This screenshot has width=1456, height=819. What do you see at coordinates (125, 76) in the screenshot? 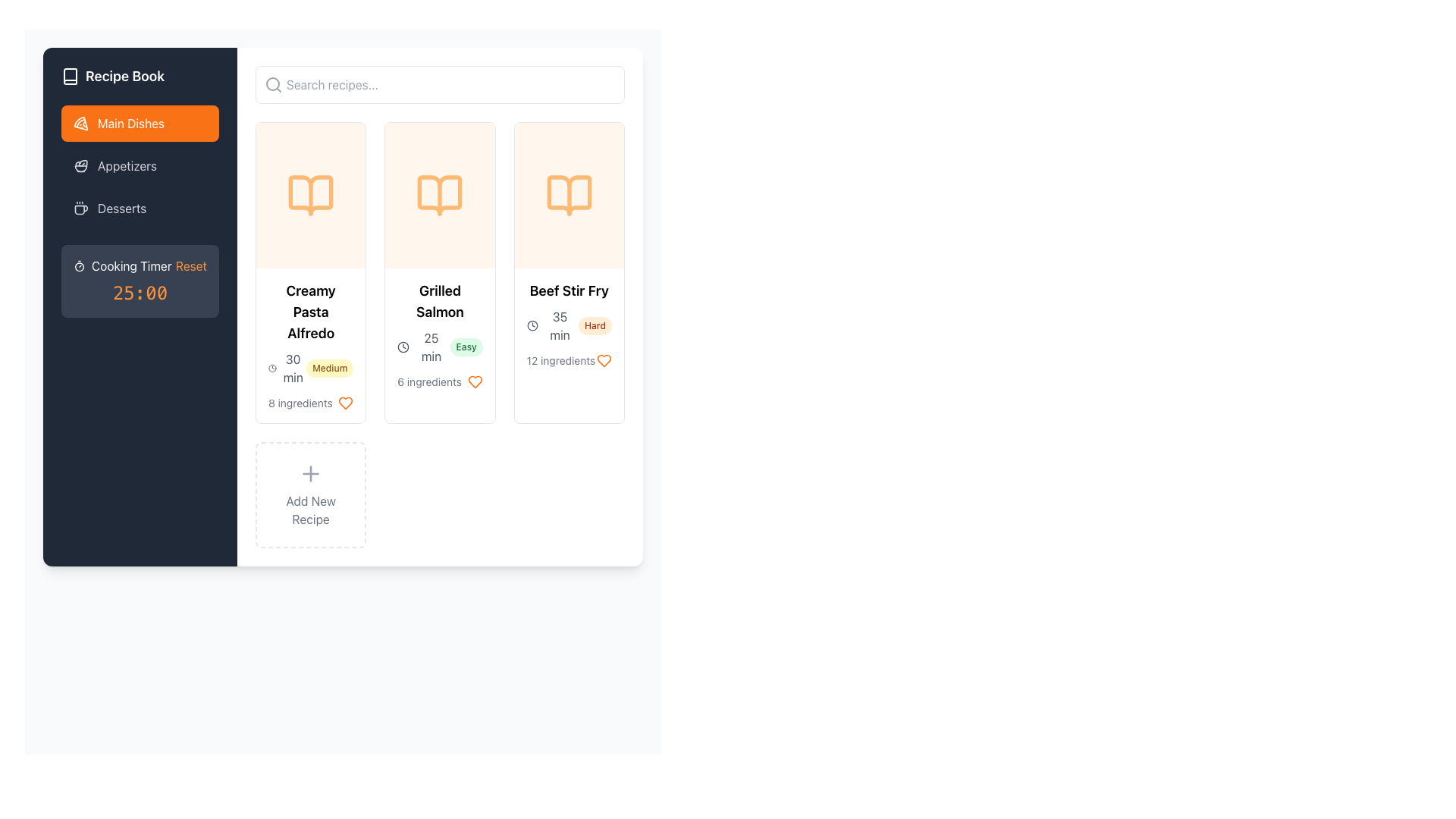
I see `the 'Recipe Book' text in the left-side vertical navigation bar, which is styled in bold white font against a dark background and located immediately to the right of a book icon` at bounding box center [125, 76].